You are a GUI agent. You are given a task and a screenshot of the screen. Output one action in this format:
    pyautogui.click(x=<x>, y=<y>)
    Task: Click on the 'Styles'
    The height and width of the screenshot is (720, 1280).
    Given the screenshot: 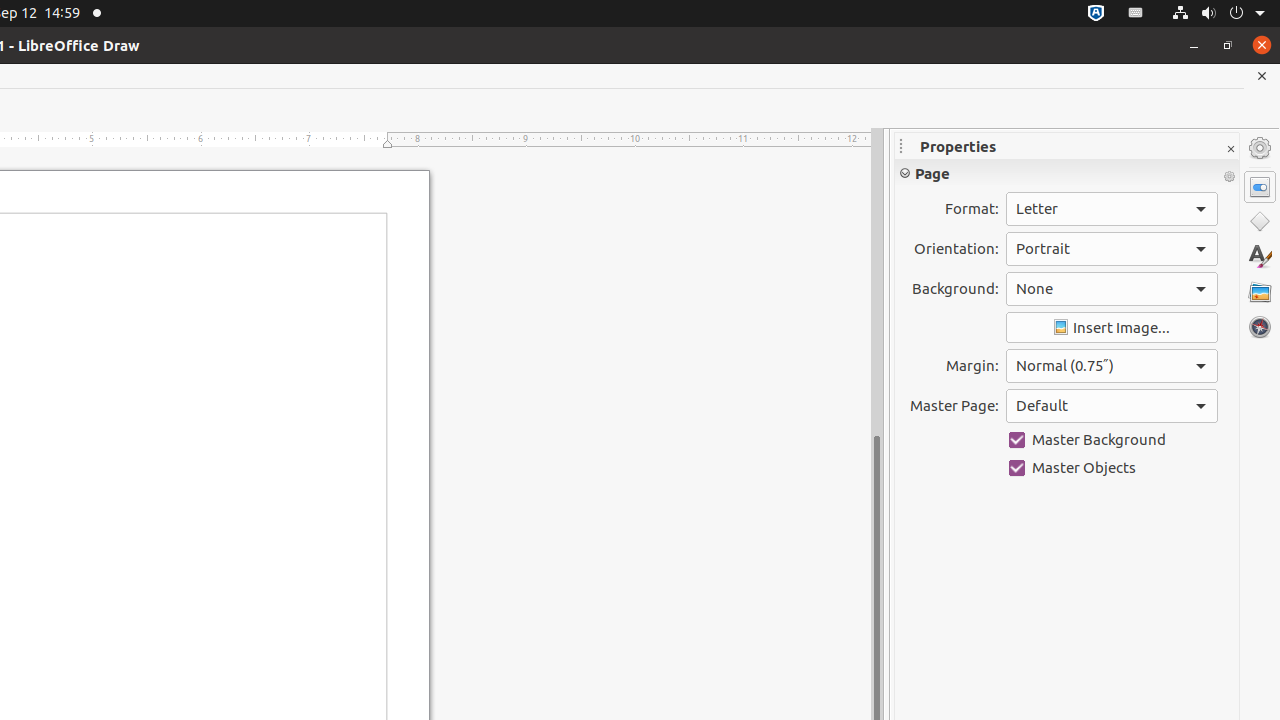 What is the action you would take?
    pyautogui.click(x=1259, y=255)
    